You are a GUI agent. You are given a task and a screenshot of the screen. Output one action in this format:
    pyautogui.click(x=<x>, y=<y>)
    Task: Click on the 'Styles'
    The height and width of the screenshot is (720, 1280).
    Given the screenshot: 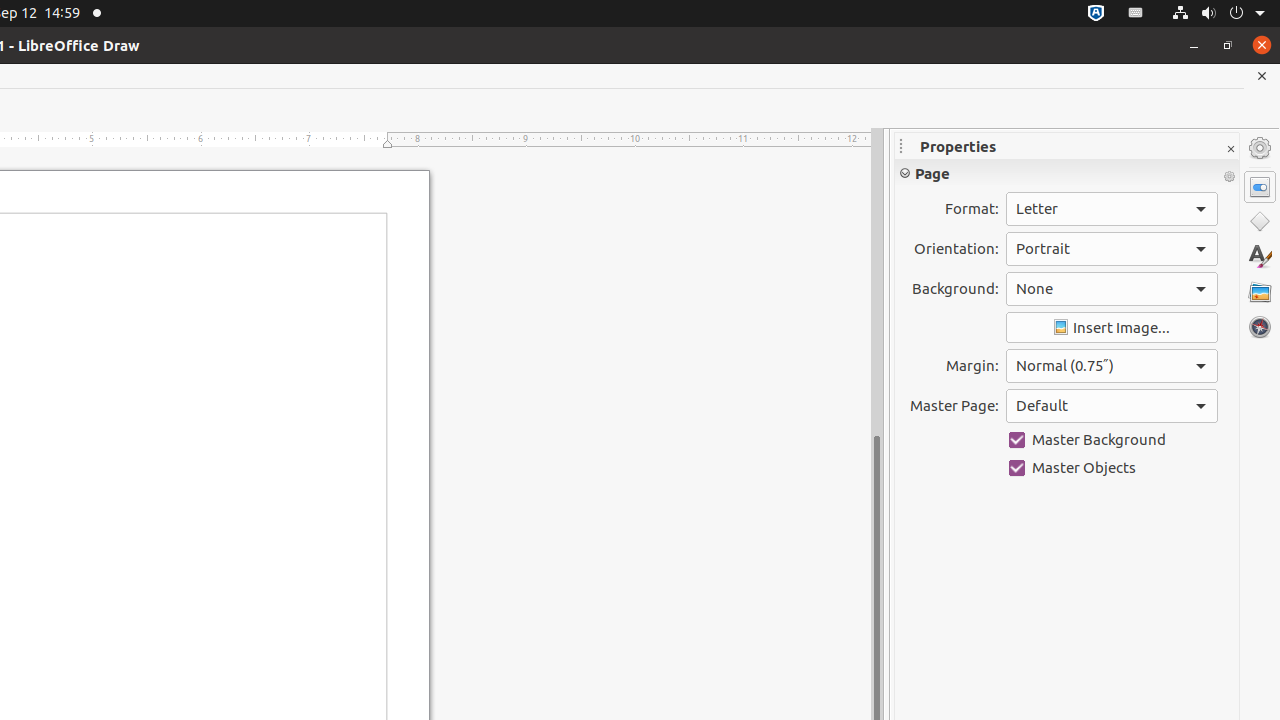 What is the action you would take?
    pyautogui.click(x=1259, y=255)
    